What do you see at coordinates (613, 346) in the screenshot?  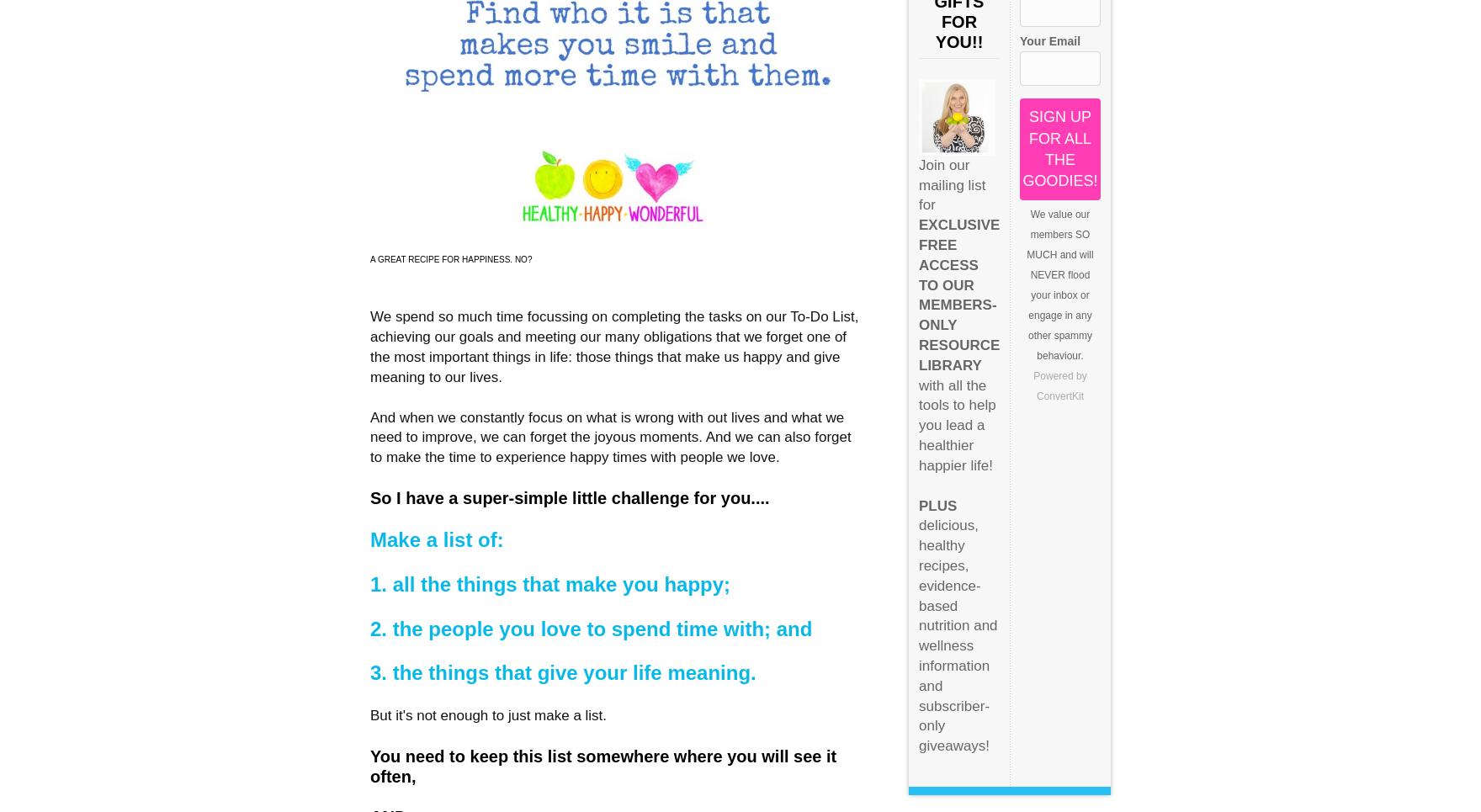 I see `'We spend so much time focussing on completing the tasks on our To-Do List, achieving our goals and meeting our many obligations that we forget one of the most important things in life: those things that make us happy and give meaning to our lives.'` at bounding box center [613, 346].